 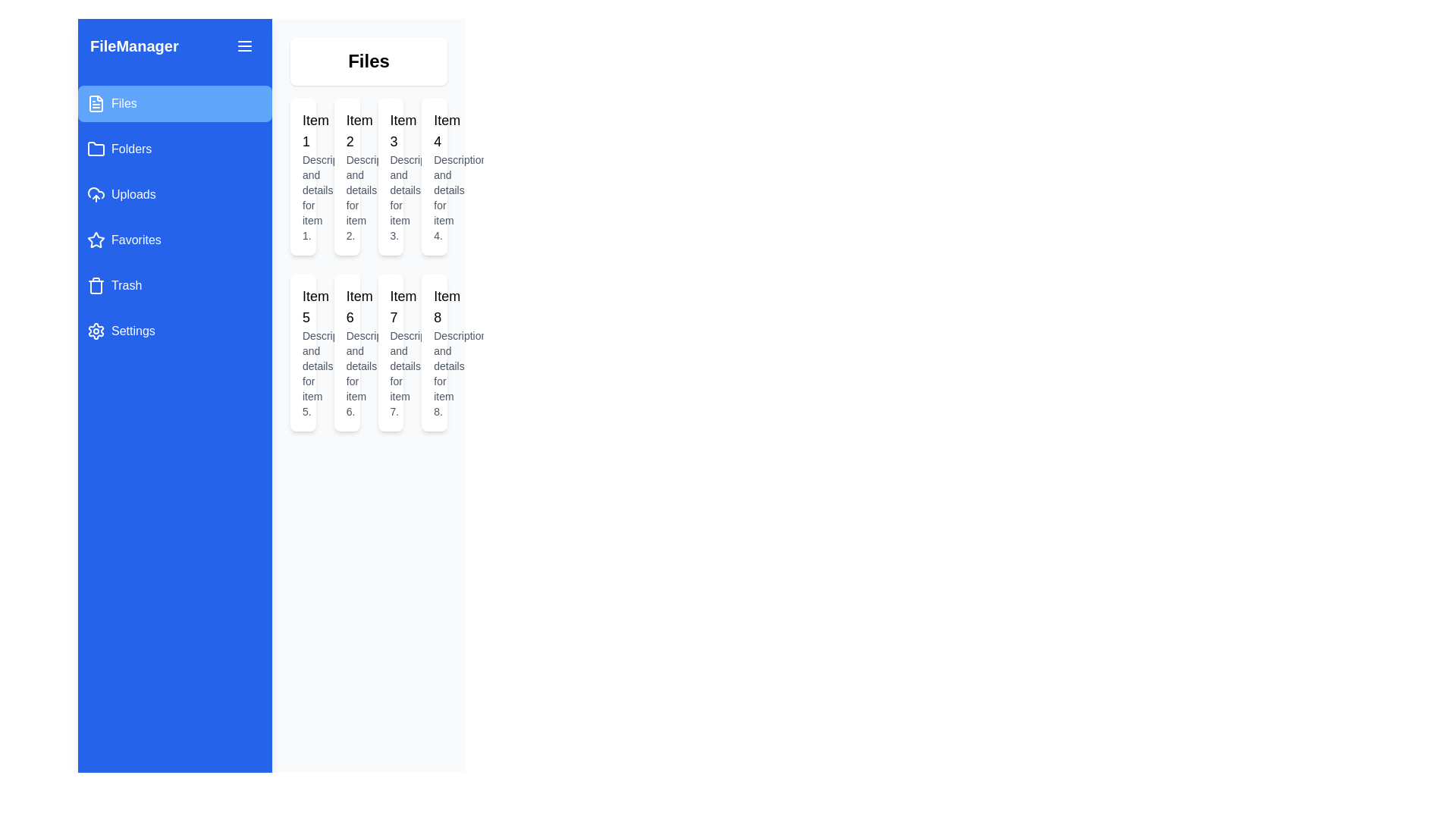 What do you see at coordinates (95, 149) in the screenshot?
I see `the navigation button for folders located in the second position of the left vertical navigation panel` at bounding box center [95, 149].